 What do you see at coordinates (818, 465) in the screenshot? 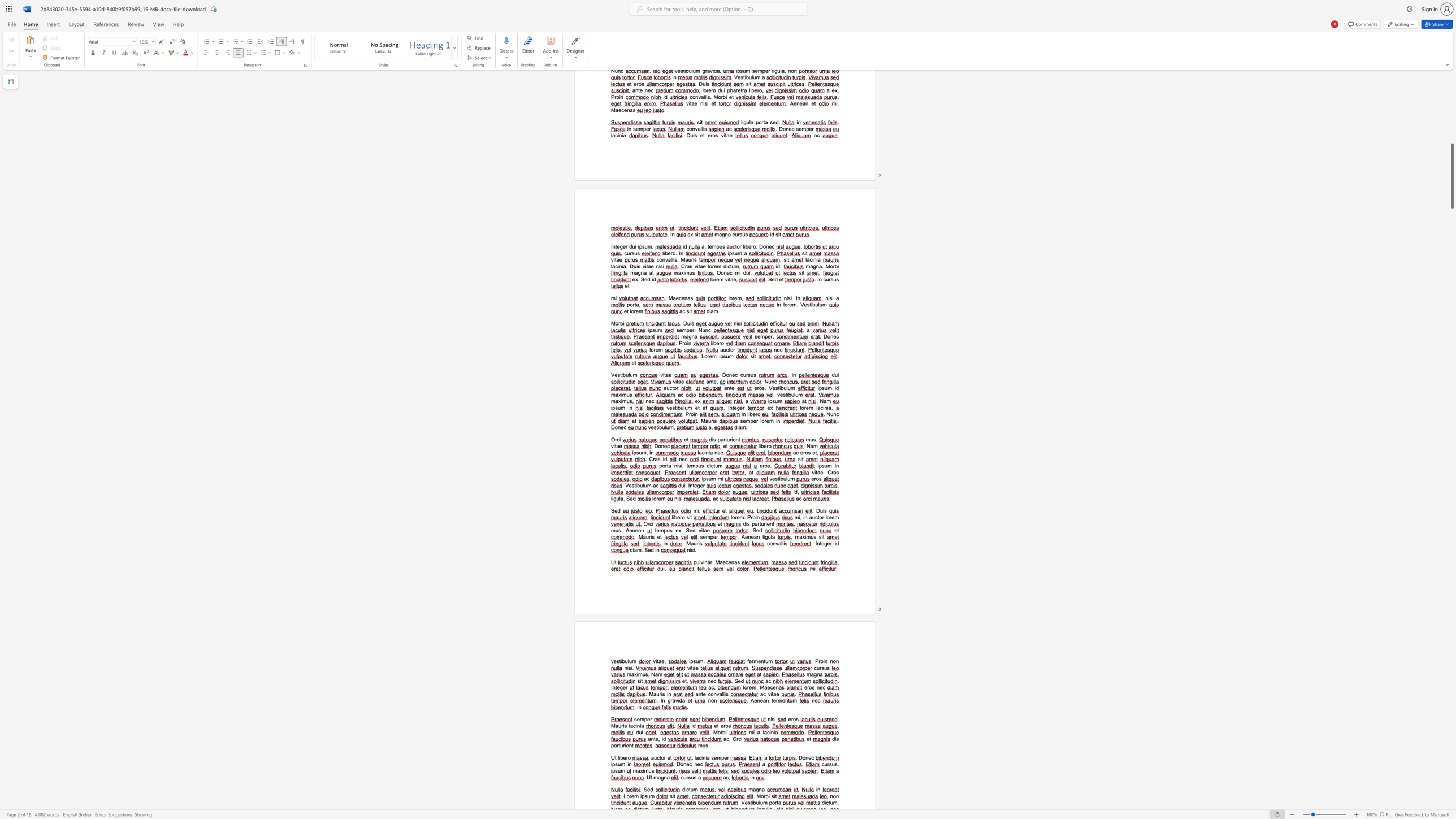
I see `the 1th character "i" in the text` at bounding box center [818, 465].